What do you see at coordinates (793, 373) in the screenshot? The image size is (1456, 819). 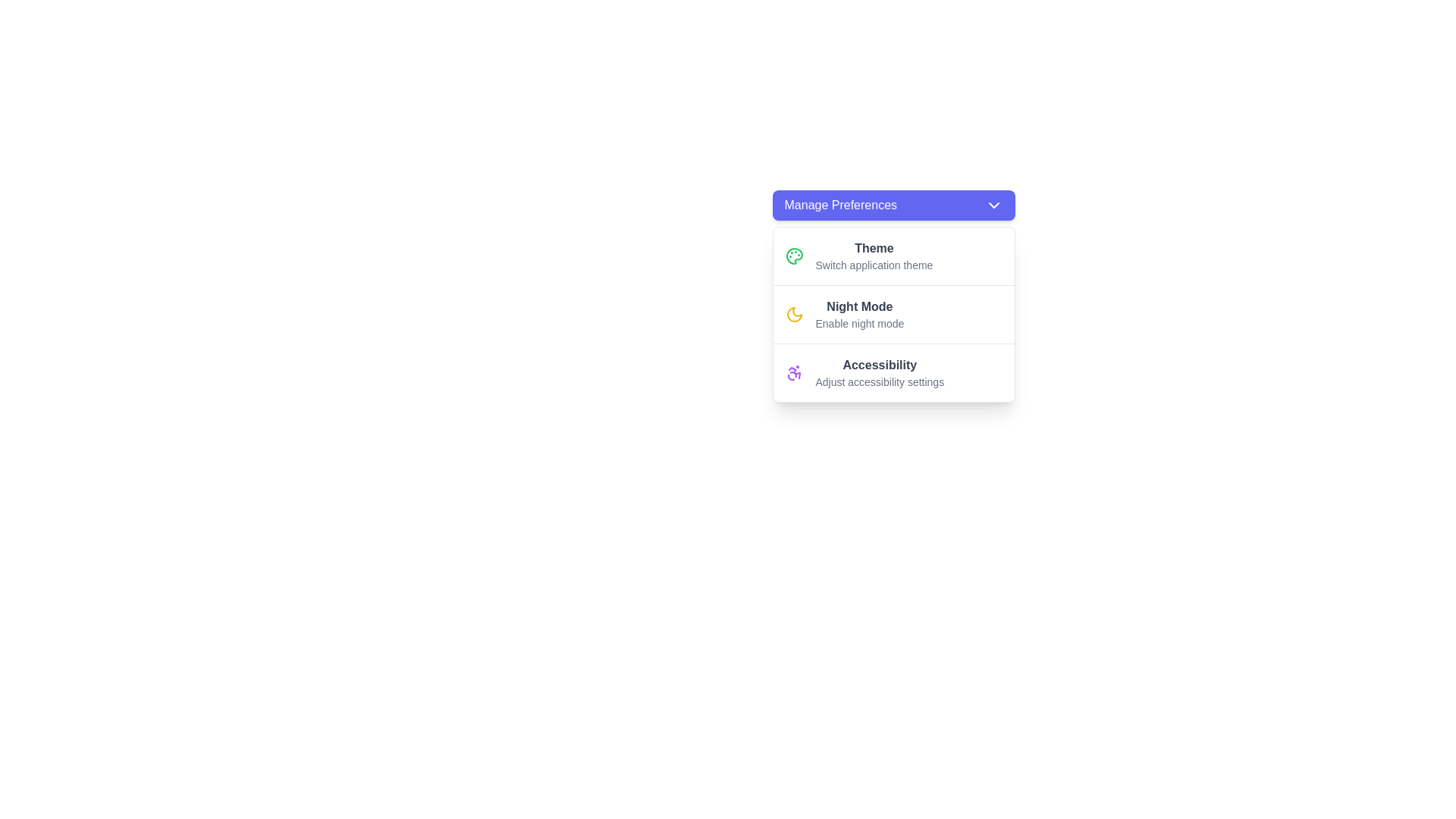 I see `the accessibility icon, which is the first icon in the dropdown menu under the 'Accessibility' section, visually aiding in identifying accessibility settings` at bounding box center [793, 373].